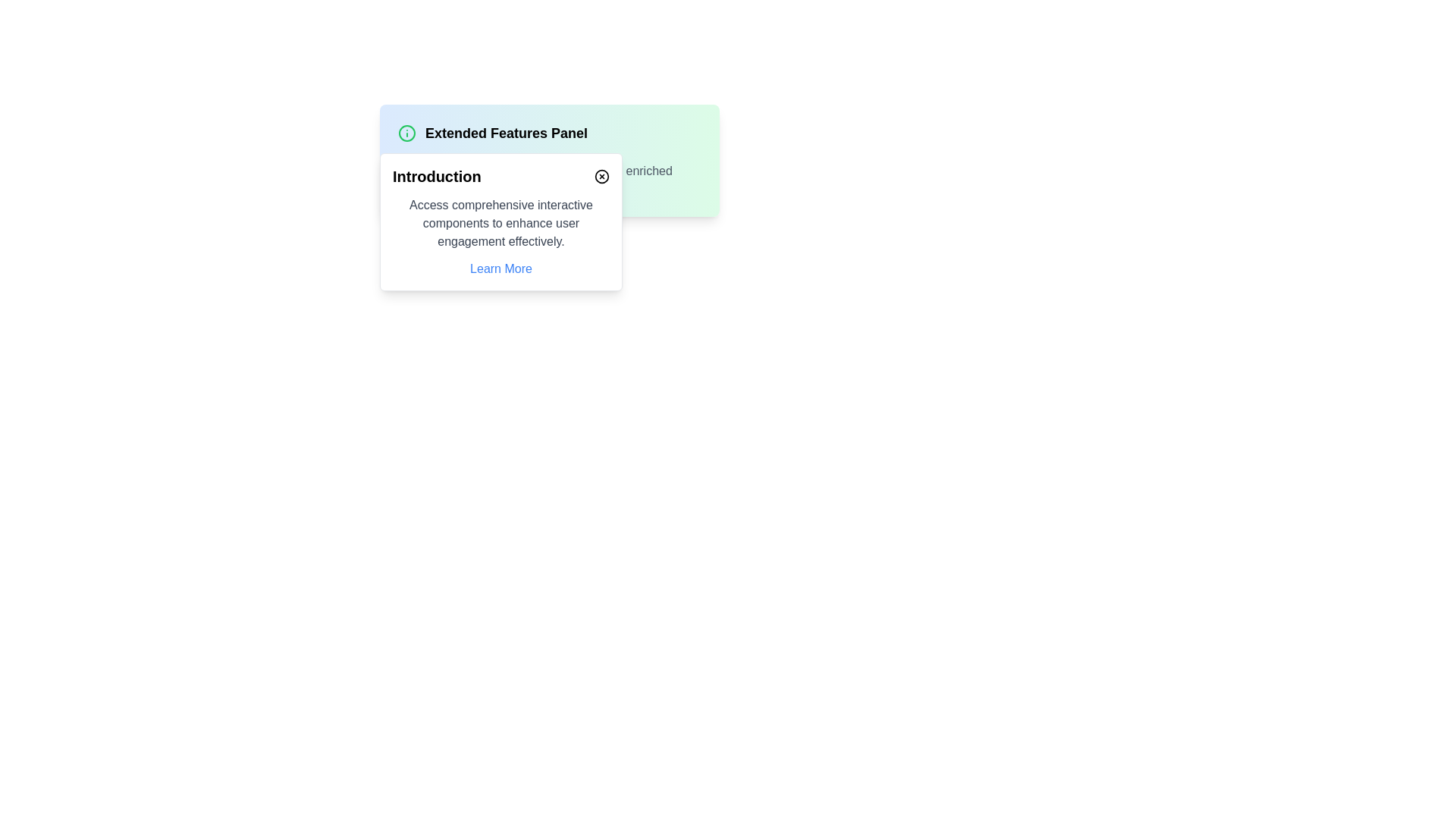 This screenshot has width=1456, height=819. What do you see at coordinates (601, 175) in the screenshot?
I see `the decorative icon located in the top-right corner of the contextual informational card` at bounding box center [601, 175].